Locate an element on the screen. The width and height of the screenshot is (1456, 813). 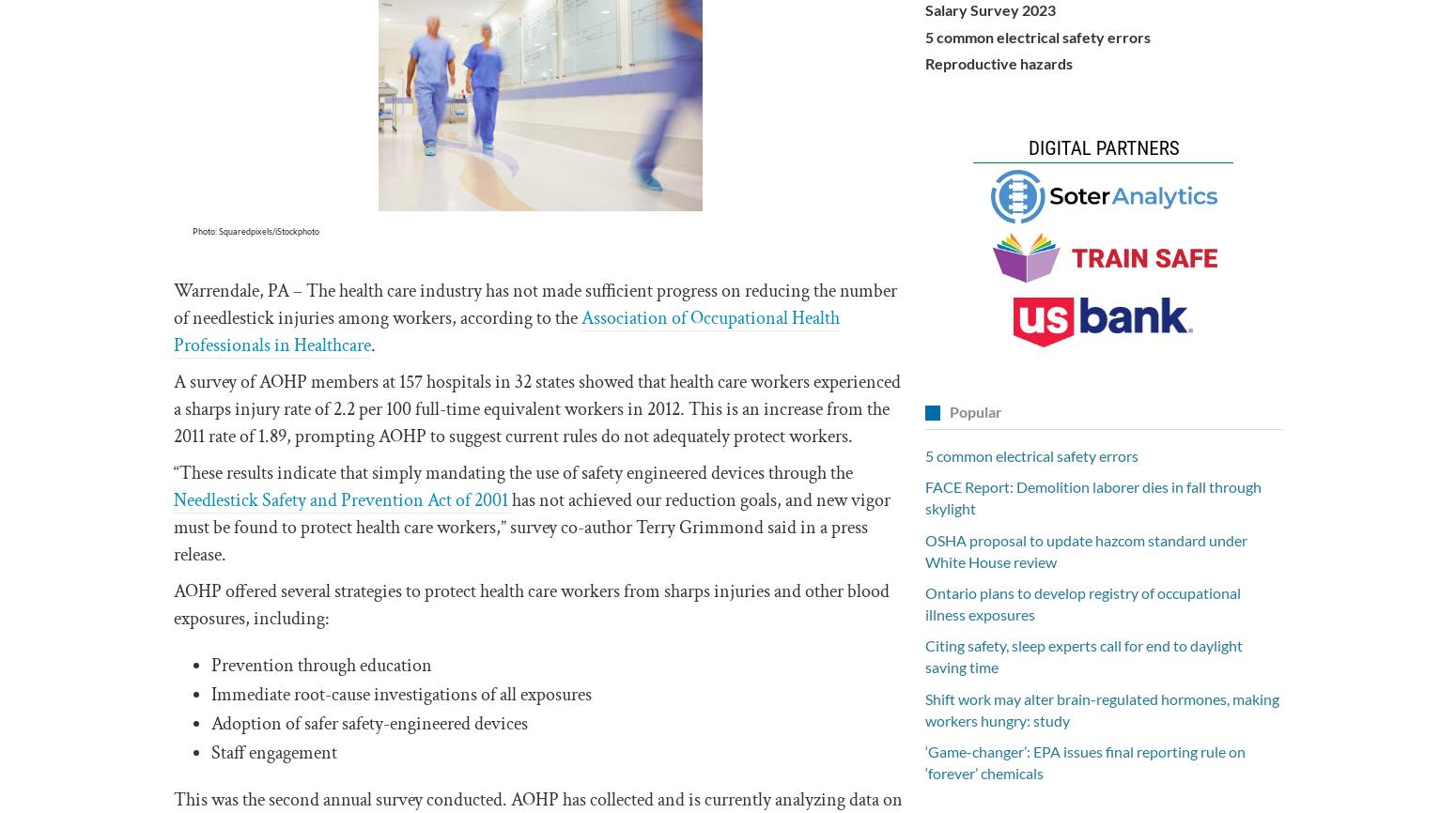
'‘Game-changer’: EPA issues final reporting rule on ‘forever’ chemicals' is located at coordinates (1084, 760).